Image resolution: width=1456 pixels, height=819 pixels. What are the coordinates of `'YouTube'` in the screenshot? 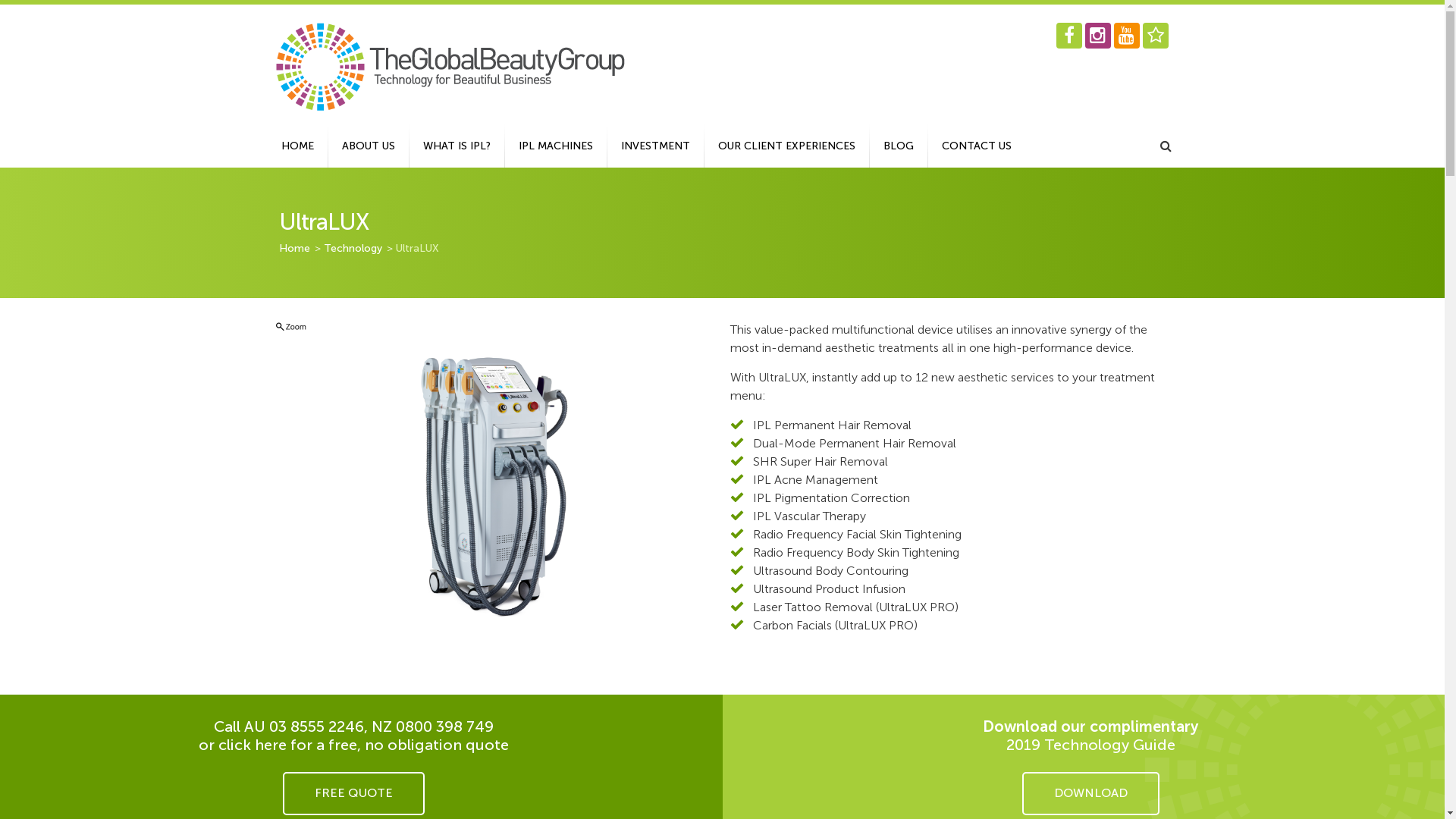 It's located at (1125, 34).